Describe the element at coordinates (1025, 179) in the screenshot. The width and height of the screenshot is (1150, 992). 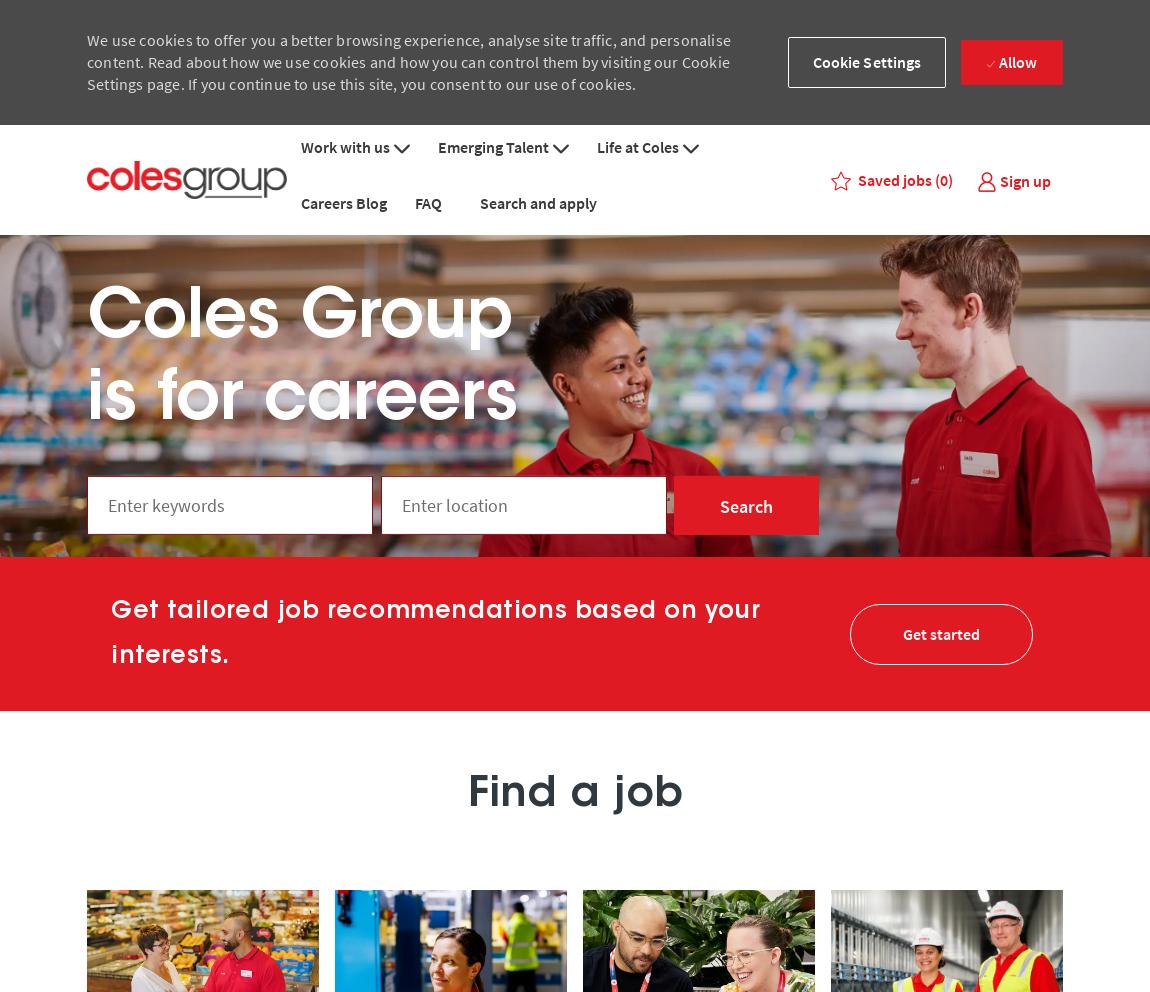
I see `'Sign up'` at that location.